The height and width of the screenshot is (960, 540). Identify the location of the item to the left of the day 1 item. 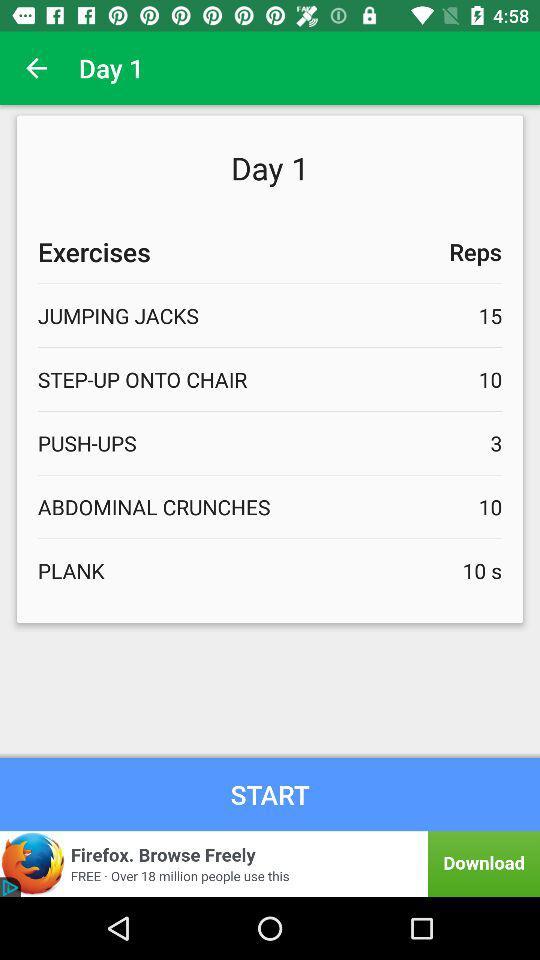
(36, 68).